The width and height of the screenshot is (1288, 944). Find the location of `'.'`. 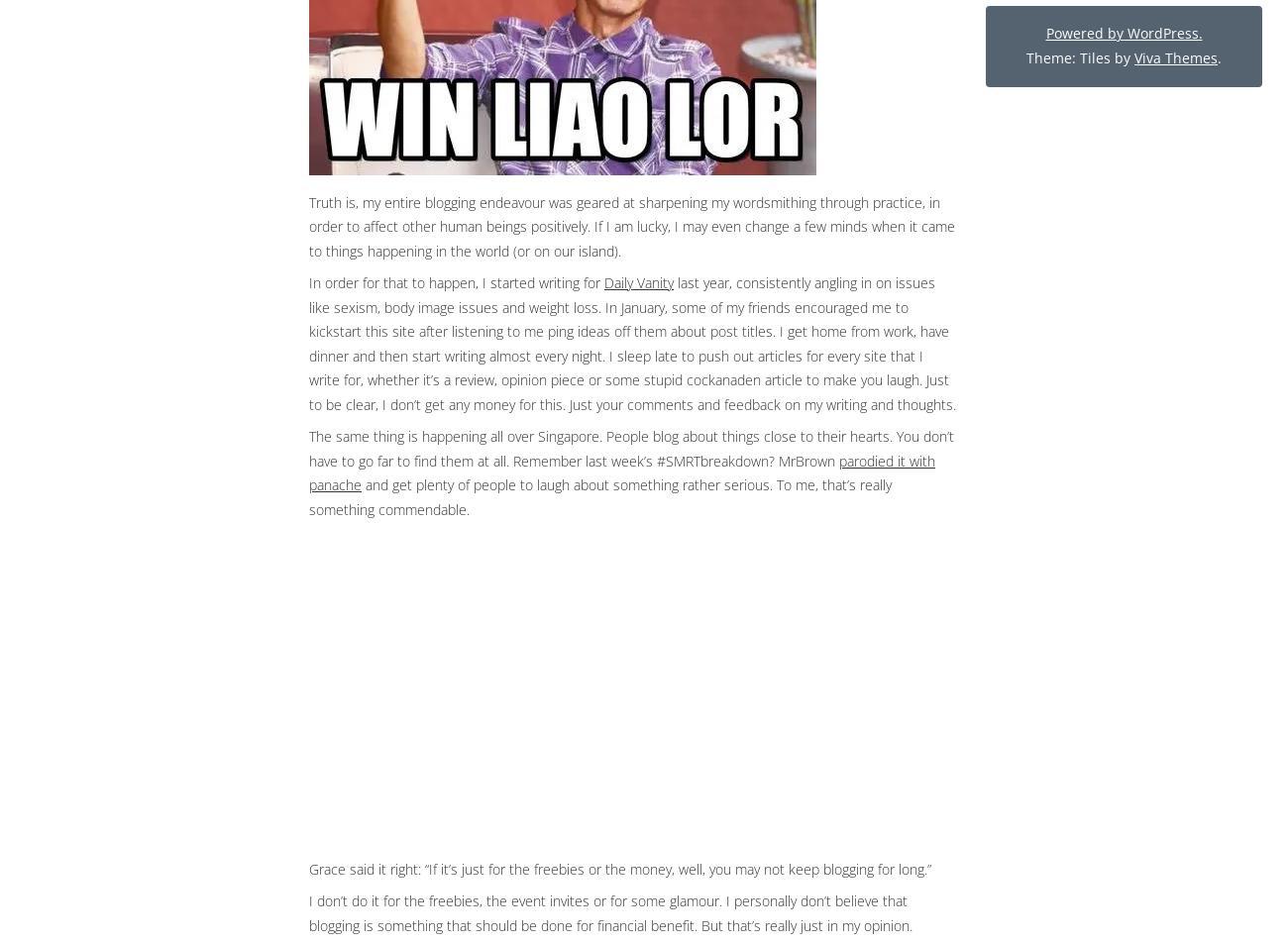

'.' is located at coordinates (1218, 55).